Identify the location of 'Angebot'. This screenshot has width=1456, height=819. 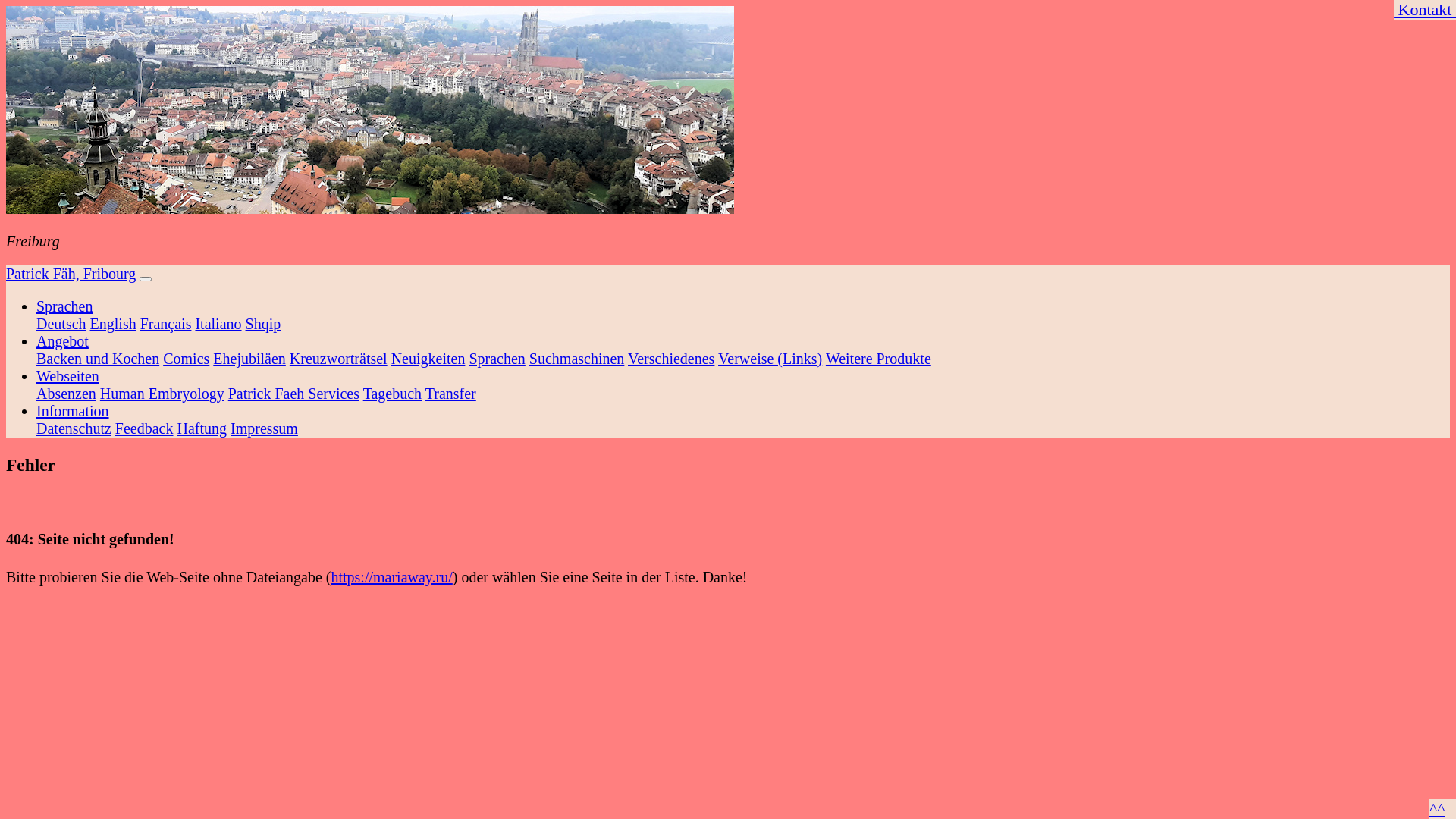
(61, 341).